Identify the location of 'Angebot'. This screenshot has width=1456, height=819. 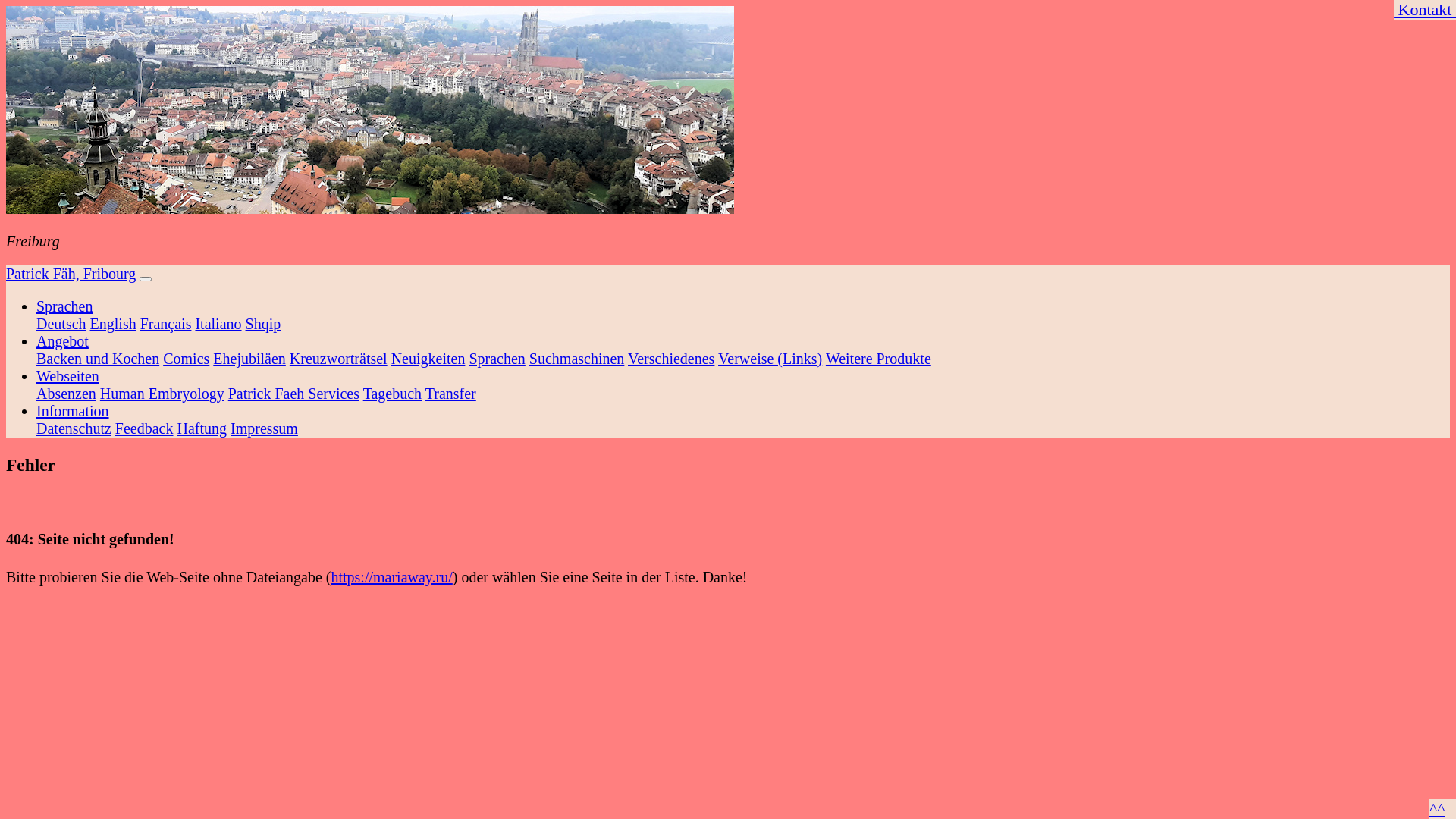
(61, 341).